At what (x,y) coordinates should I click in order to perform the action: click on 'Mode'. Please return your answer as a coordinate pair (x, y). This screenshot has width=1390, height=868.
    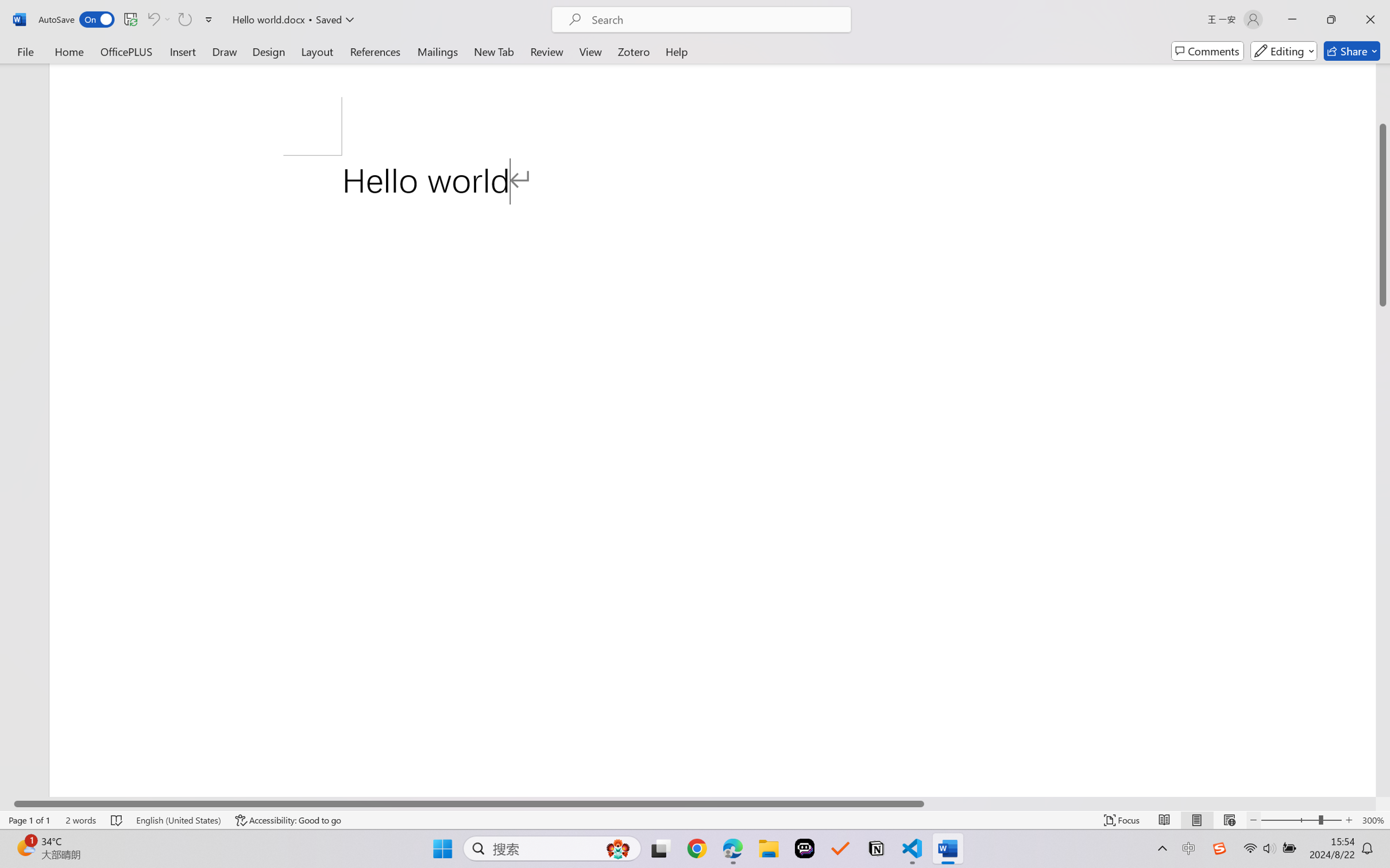
    Looking at the image, I should click on (1284, 51).